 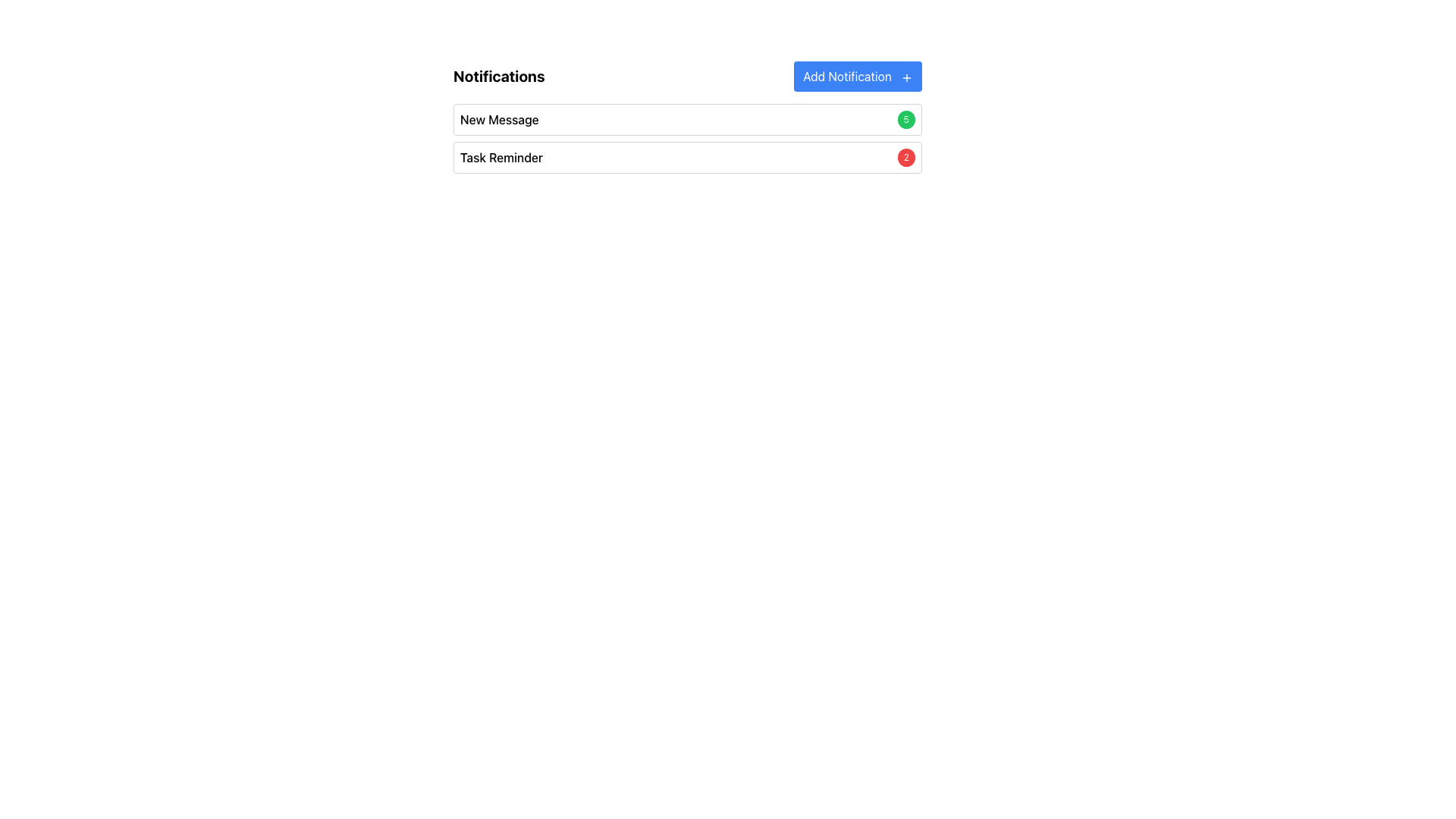 What do you see at coordinates (687, 158) in the screenshot?
I see `the second notification item in the list, which indicates a 'Task Reminder' with two pending items` at bounding box center [687, 158].